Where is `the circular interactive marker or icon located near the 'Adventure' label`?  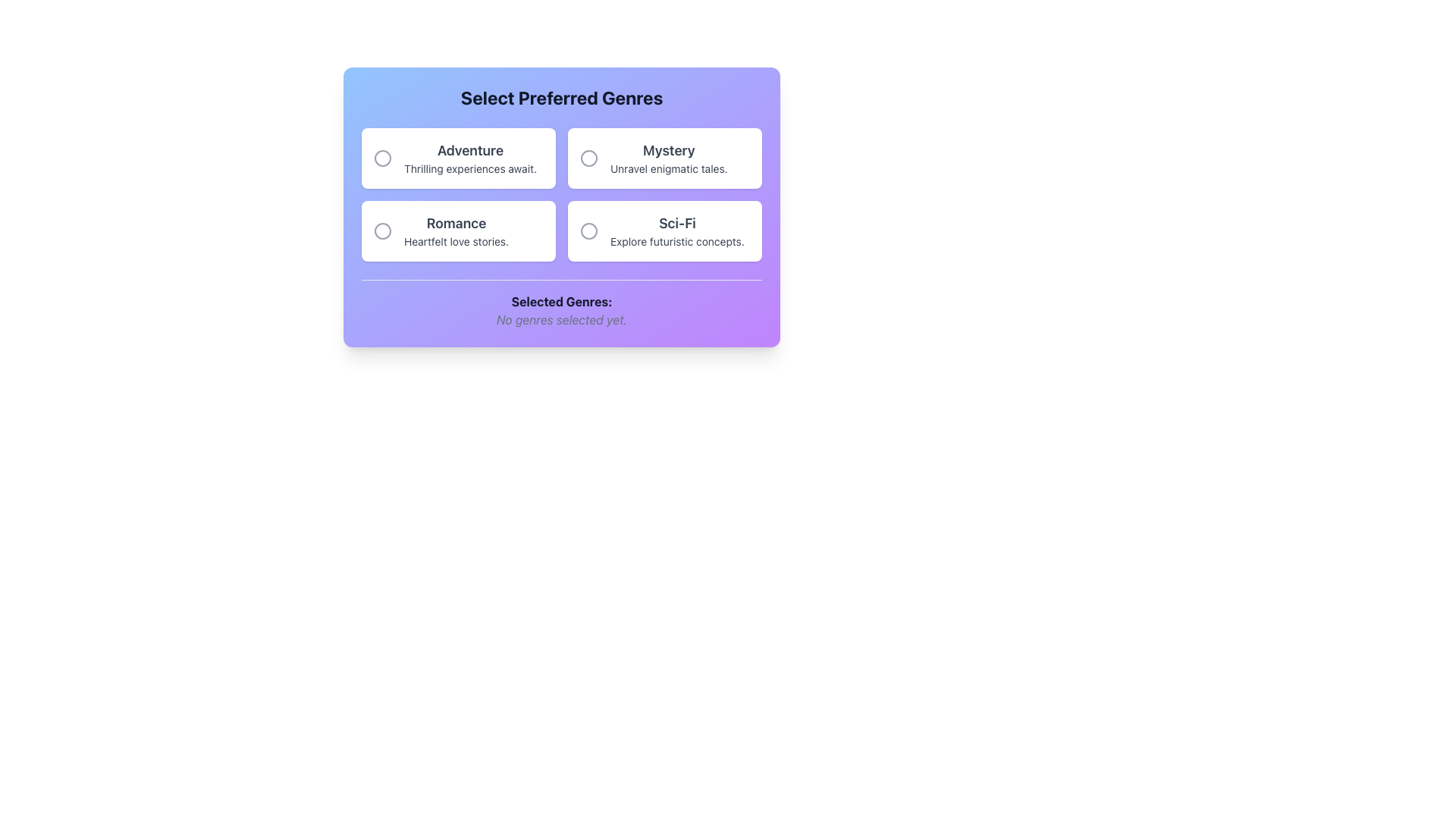
the circular interactive marker or icon located near the 'Adventure' label is located at coordinates (382, 158).